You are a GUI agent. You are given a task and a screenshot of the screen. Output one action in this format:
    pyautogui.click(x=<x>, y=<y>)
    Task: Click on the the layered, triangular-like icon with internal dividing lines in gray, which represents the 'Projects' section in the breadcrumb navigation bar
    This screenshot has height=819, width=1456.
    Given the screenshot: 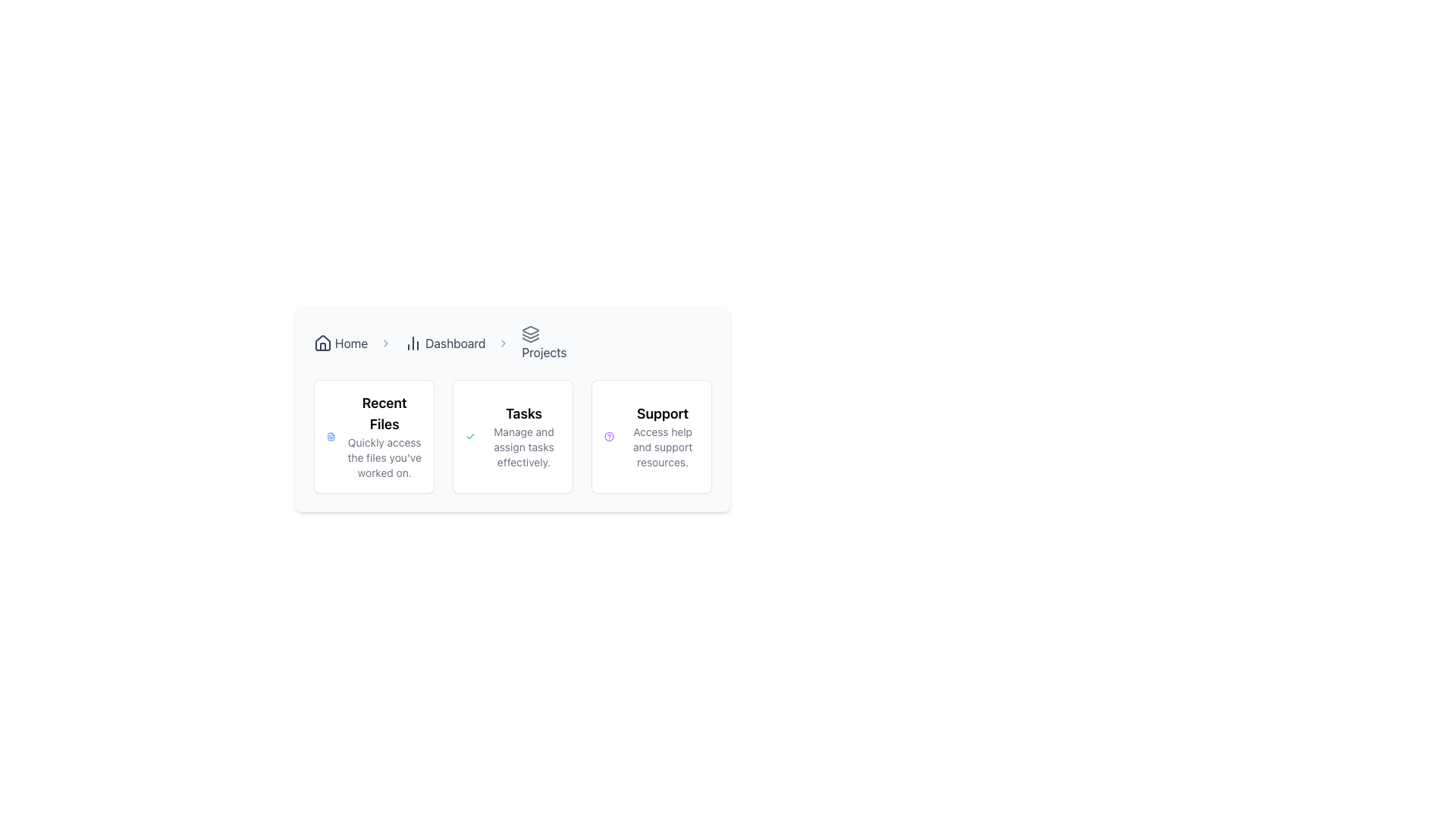 What is the action you would take?
    pyautogui.click(x=531, y=329)
    